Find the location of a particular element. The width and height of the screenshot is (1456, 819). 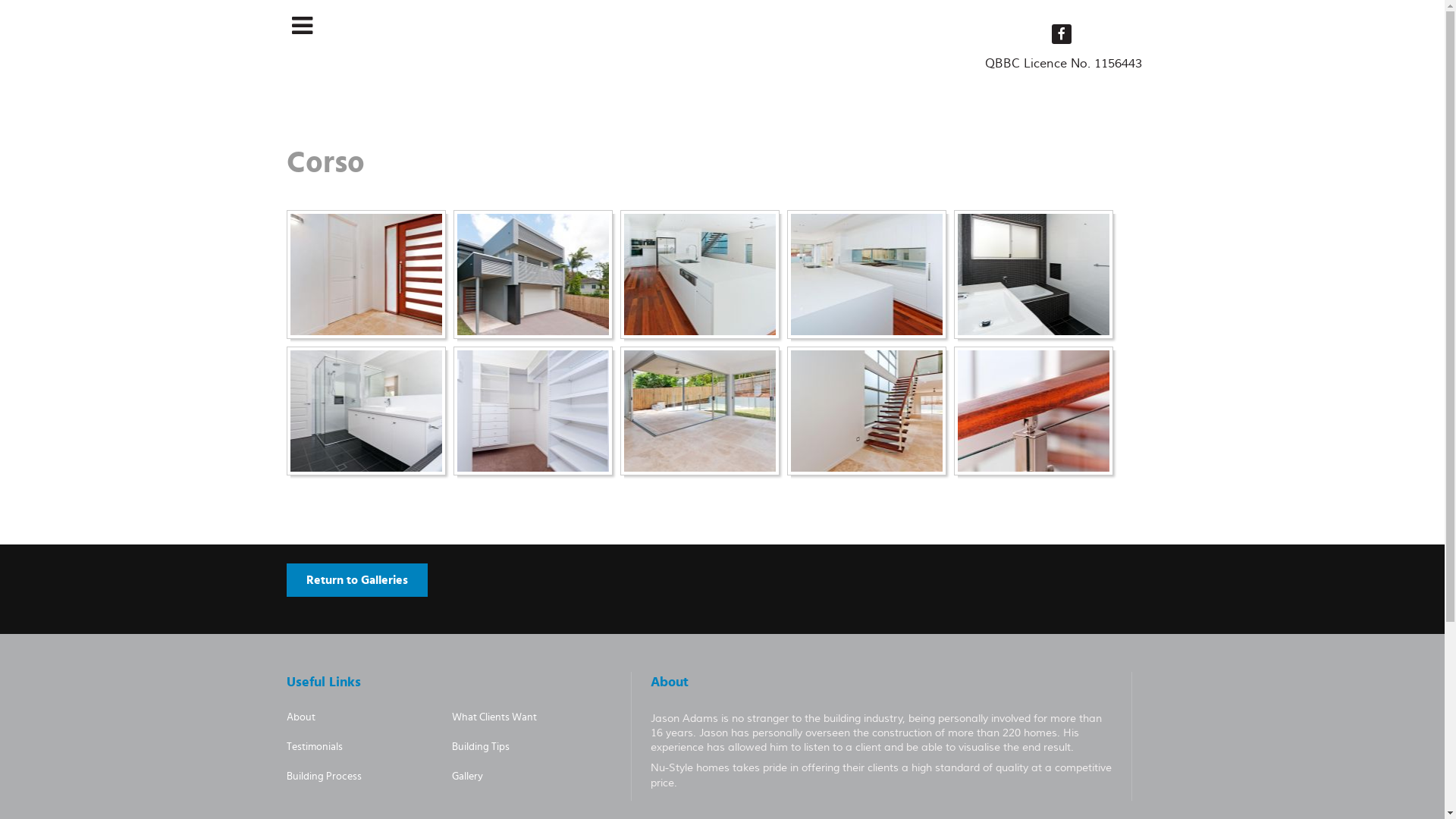

'Testimonials' is located at coordinates (287, 745).